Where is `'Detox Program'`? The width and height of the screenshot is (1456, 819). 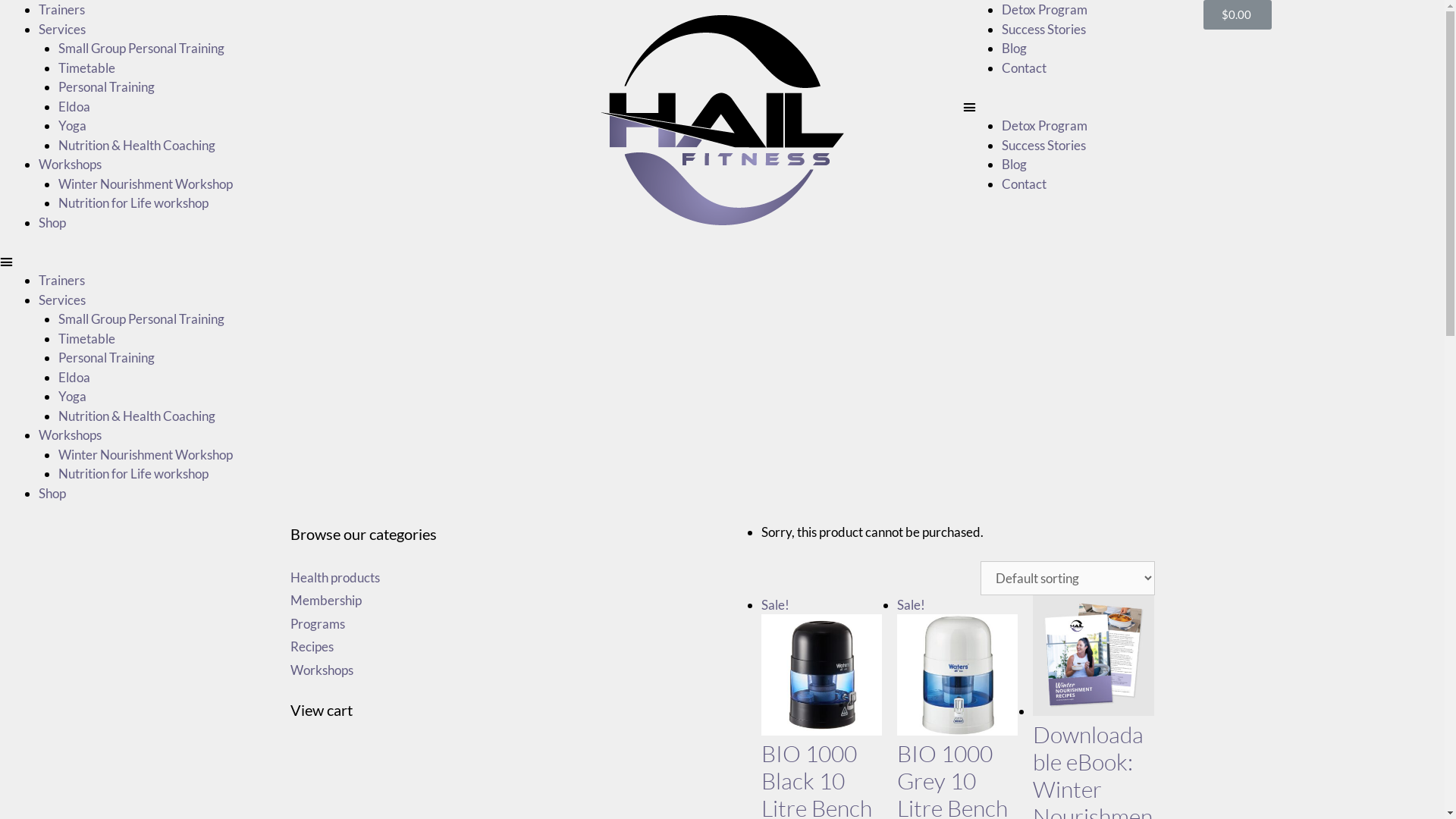
'Detox Program' is located at coordinates (1043, 9).